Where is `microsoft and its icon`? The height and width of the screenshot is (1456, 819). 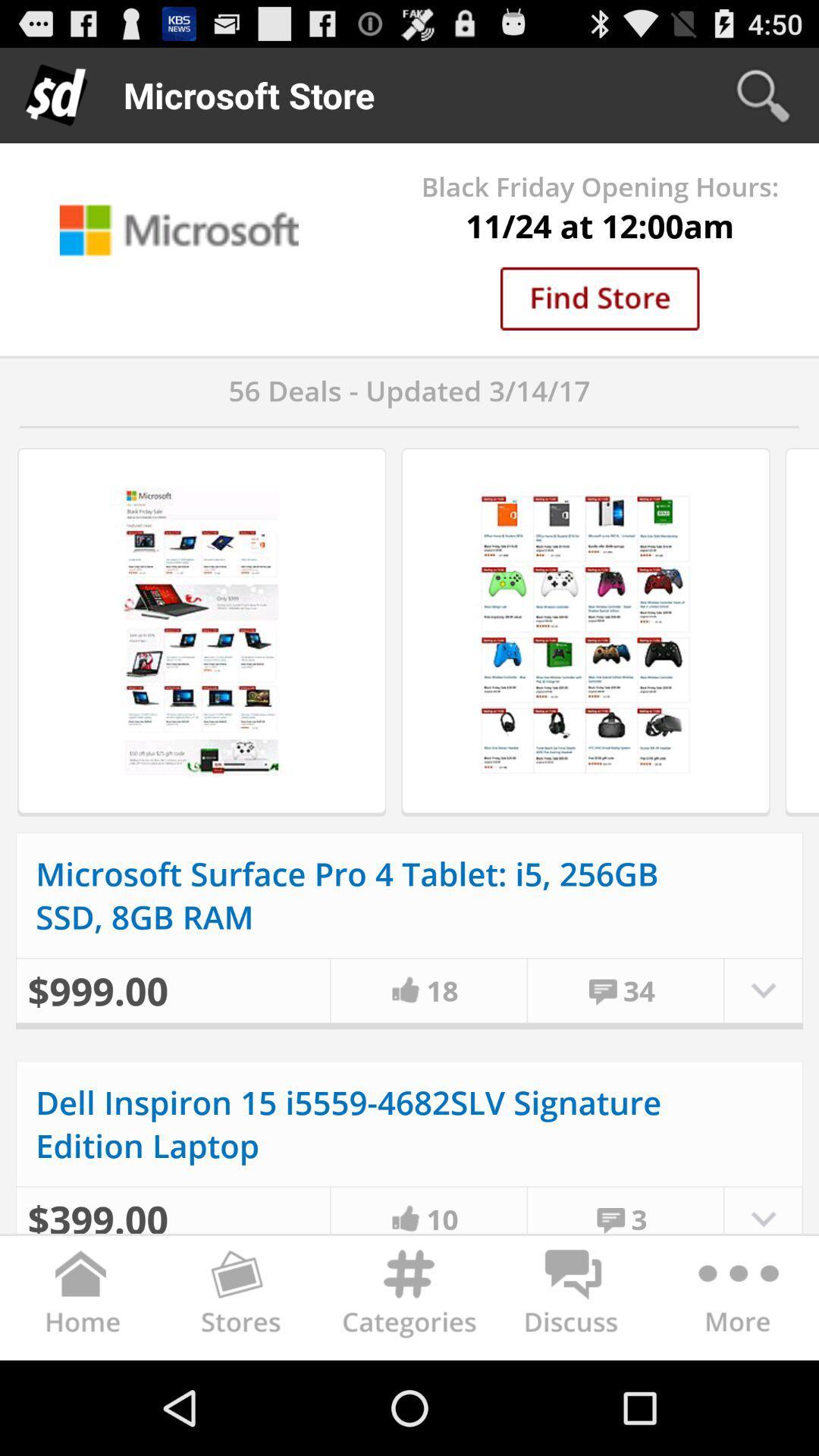
microsoft and its icon is located at coordinates (178, 228).